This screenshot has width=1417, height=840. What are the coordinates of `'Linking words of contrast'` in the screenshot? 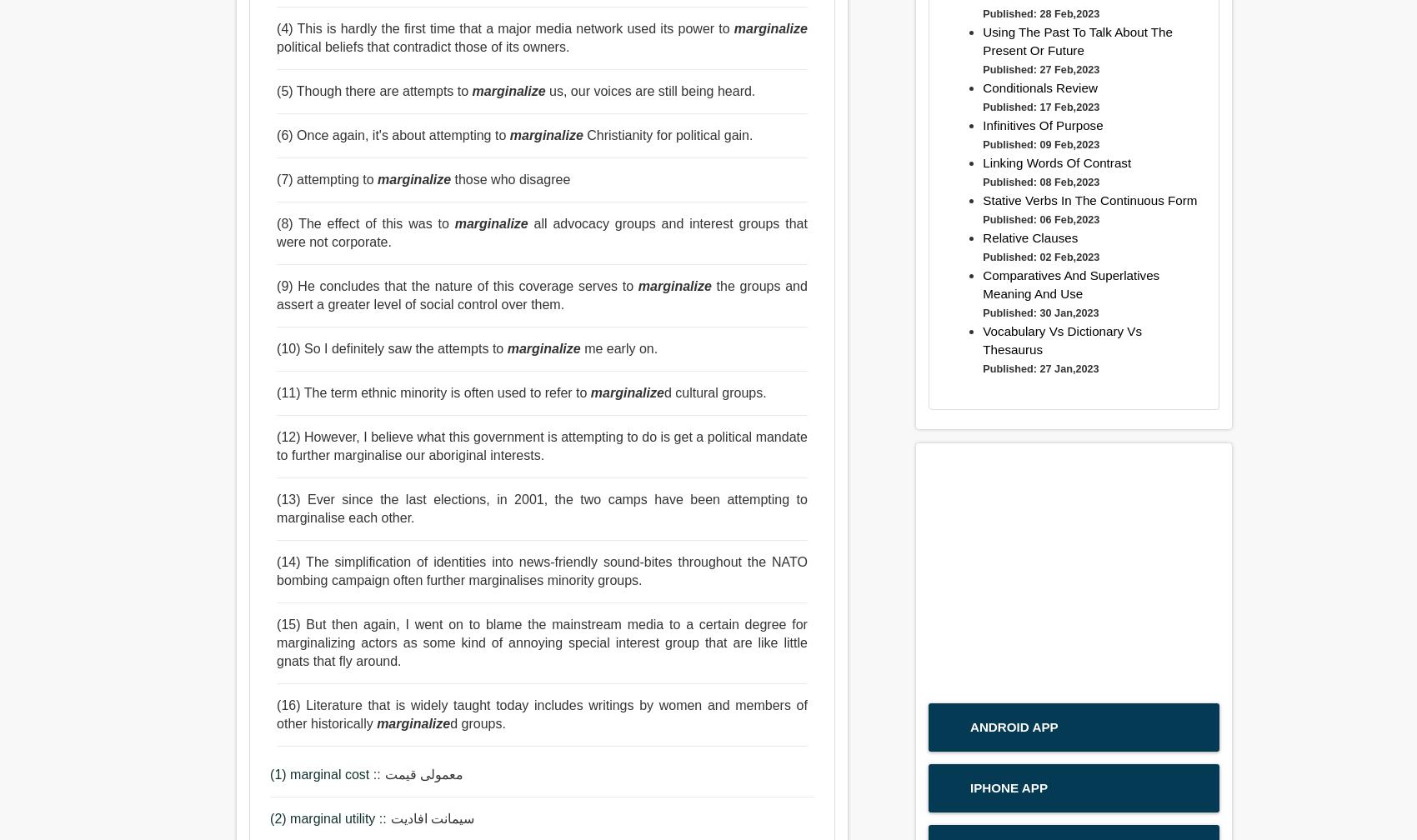 It's located at (1056, 162).